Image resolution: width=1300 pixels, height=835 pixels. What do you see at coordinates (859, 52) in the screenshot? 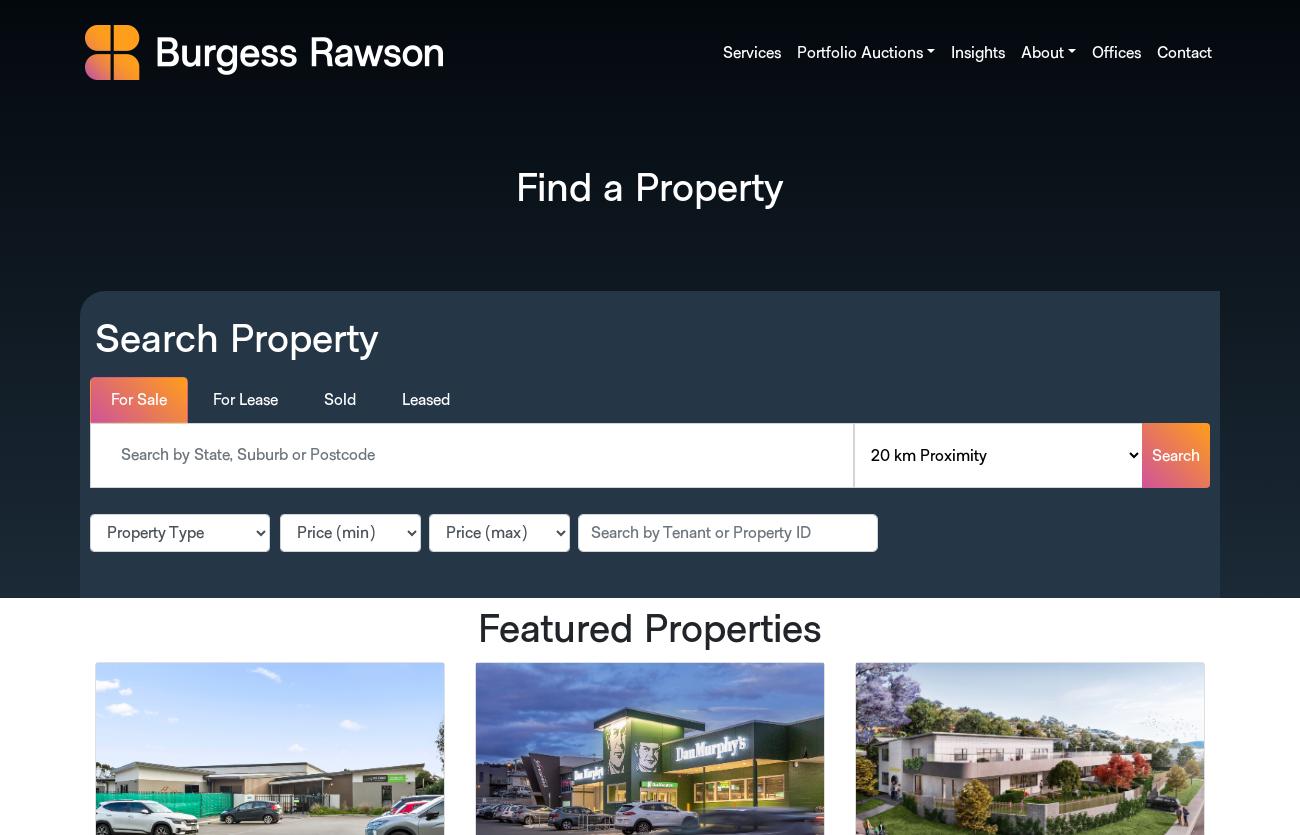
I see `'Portfolio Auctions'` at bounding box center [859, 52].